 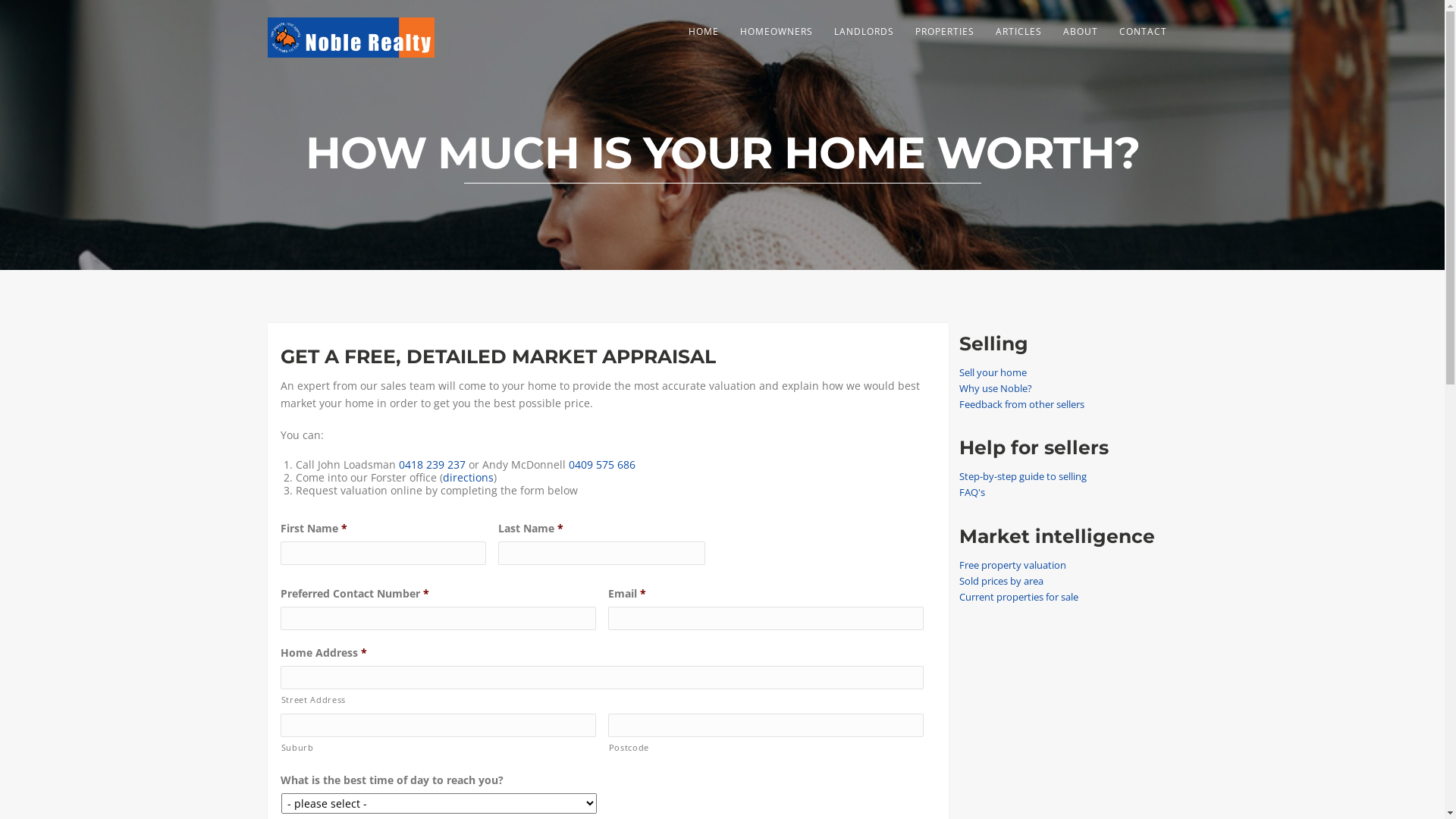 What do you see at coordinates (957, 580) in the screenshot?
I see `'Sold prices by area'` at bounding box center [957, 580].